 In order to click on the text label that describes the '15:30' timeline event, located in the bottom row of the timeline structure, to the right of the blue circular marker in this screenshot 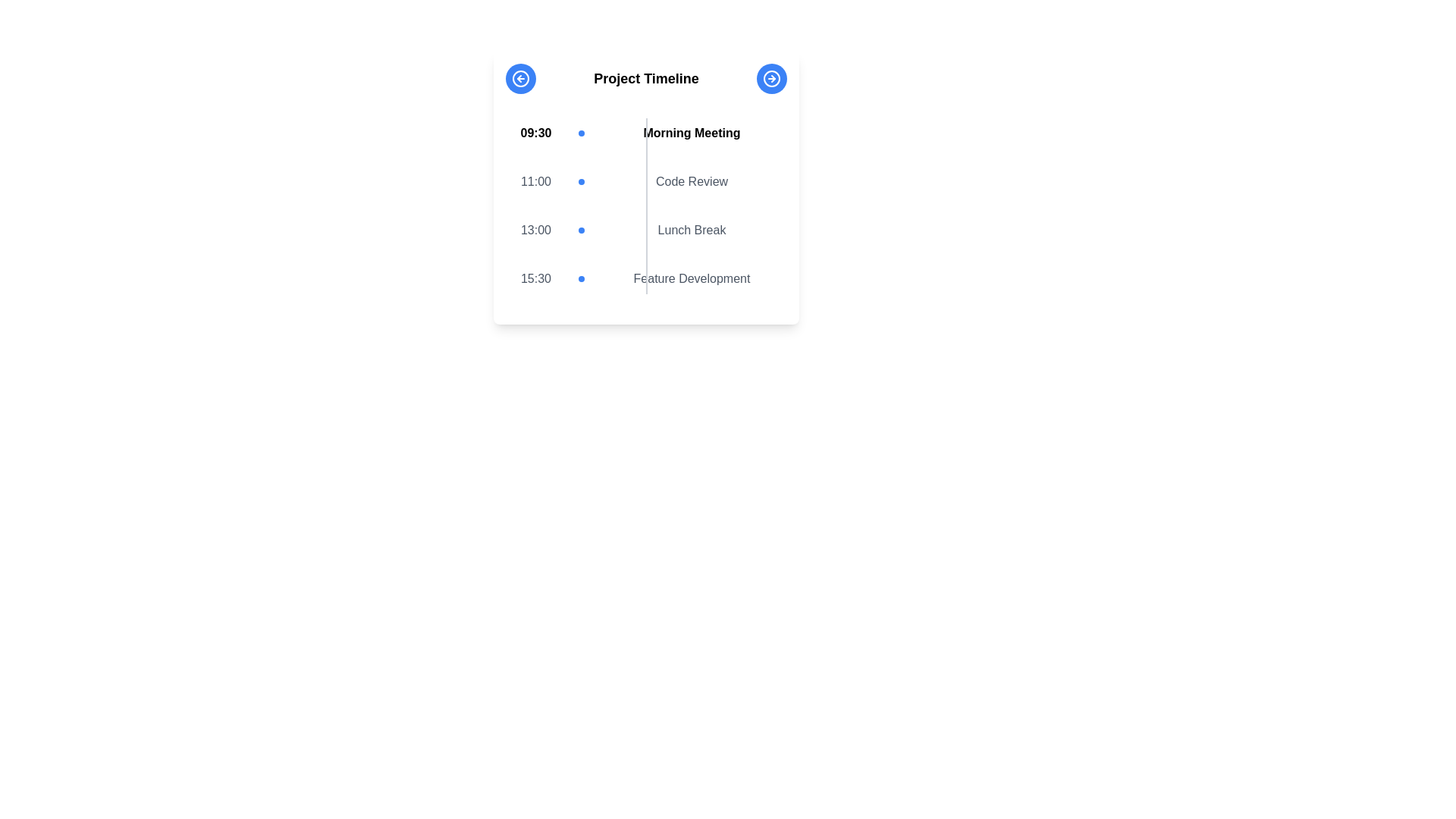, I will do `click(691, 278)`.